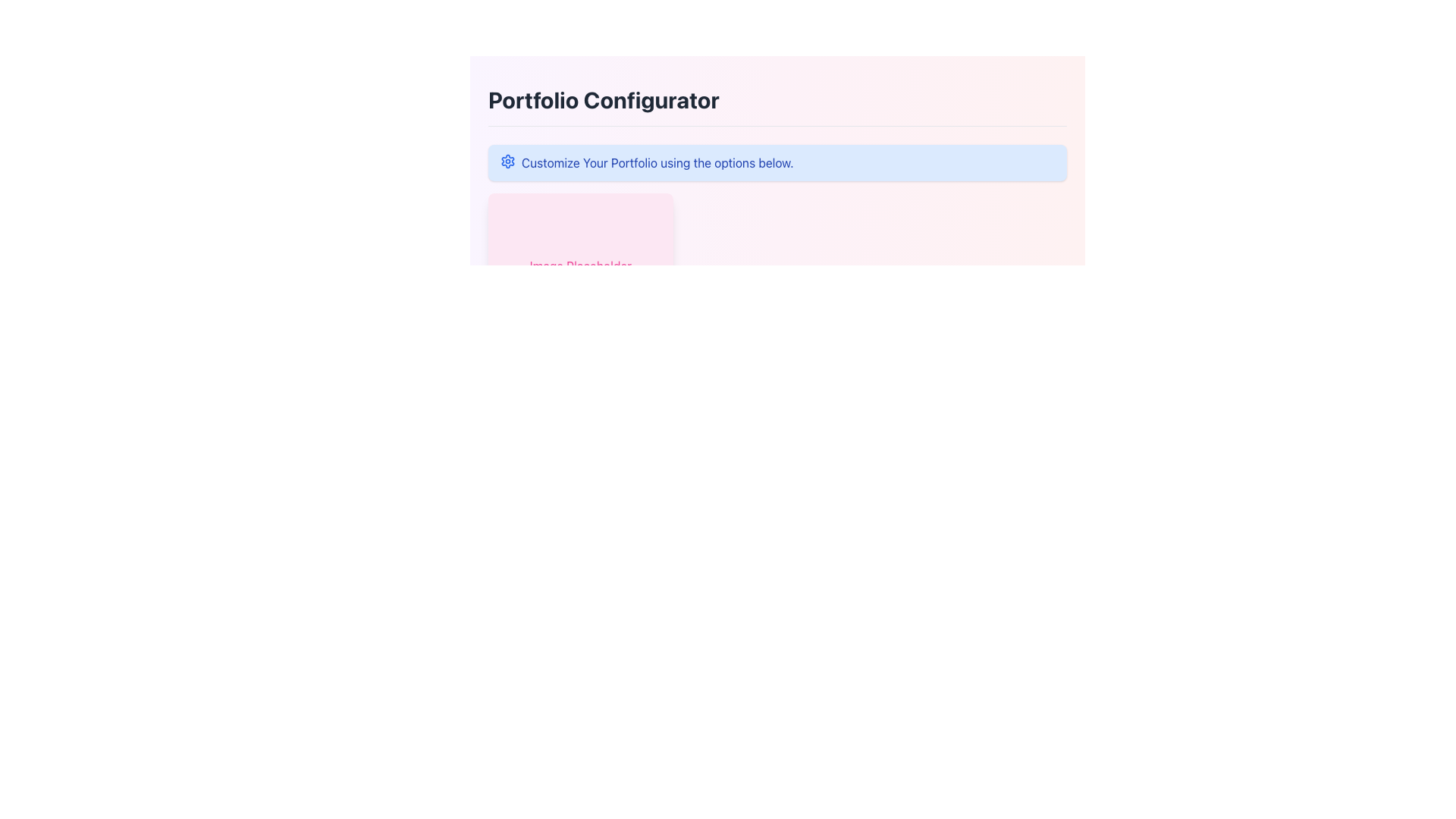 The width and height of the screenshot is (1456, 819). What do you see at coordinates (508, 161) in the screenshot?
I see `the cogwheel icon representing settings, which is styled with a blue accent and located to the left of the 'Customize Your Portfolio using the options below' text` at bounding box center [508, 161].